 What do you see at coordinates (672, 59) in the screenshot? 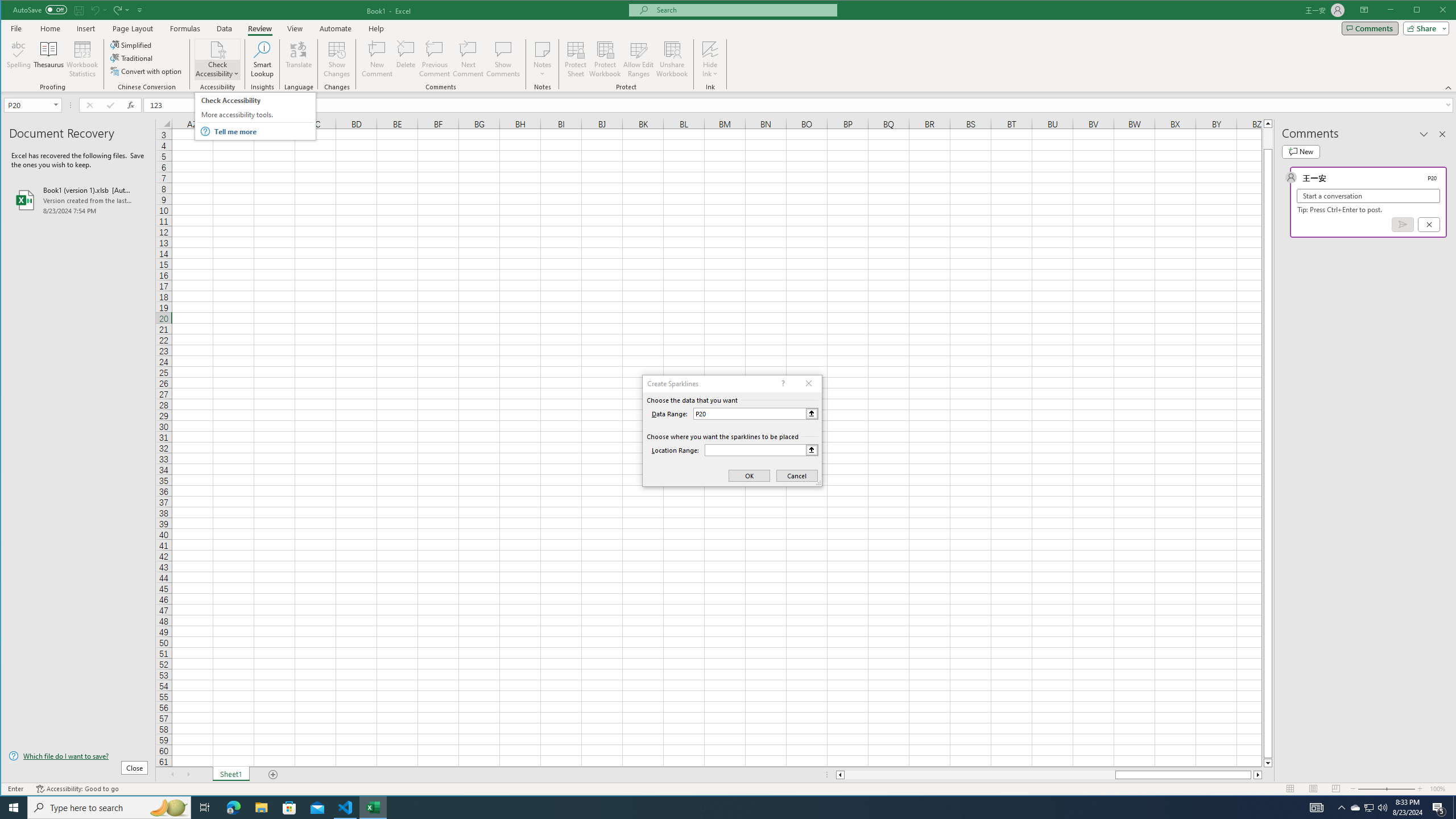
I see `'Unshare Workbook'` at bounding box center [672, 59].